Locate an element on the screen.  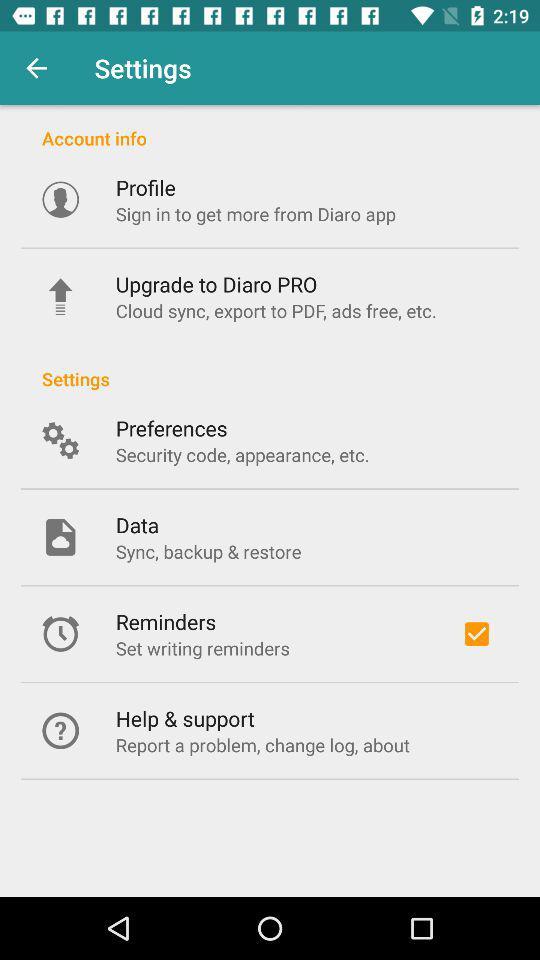
the sign in to item is located at coordinates (255, 214).